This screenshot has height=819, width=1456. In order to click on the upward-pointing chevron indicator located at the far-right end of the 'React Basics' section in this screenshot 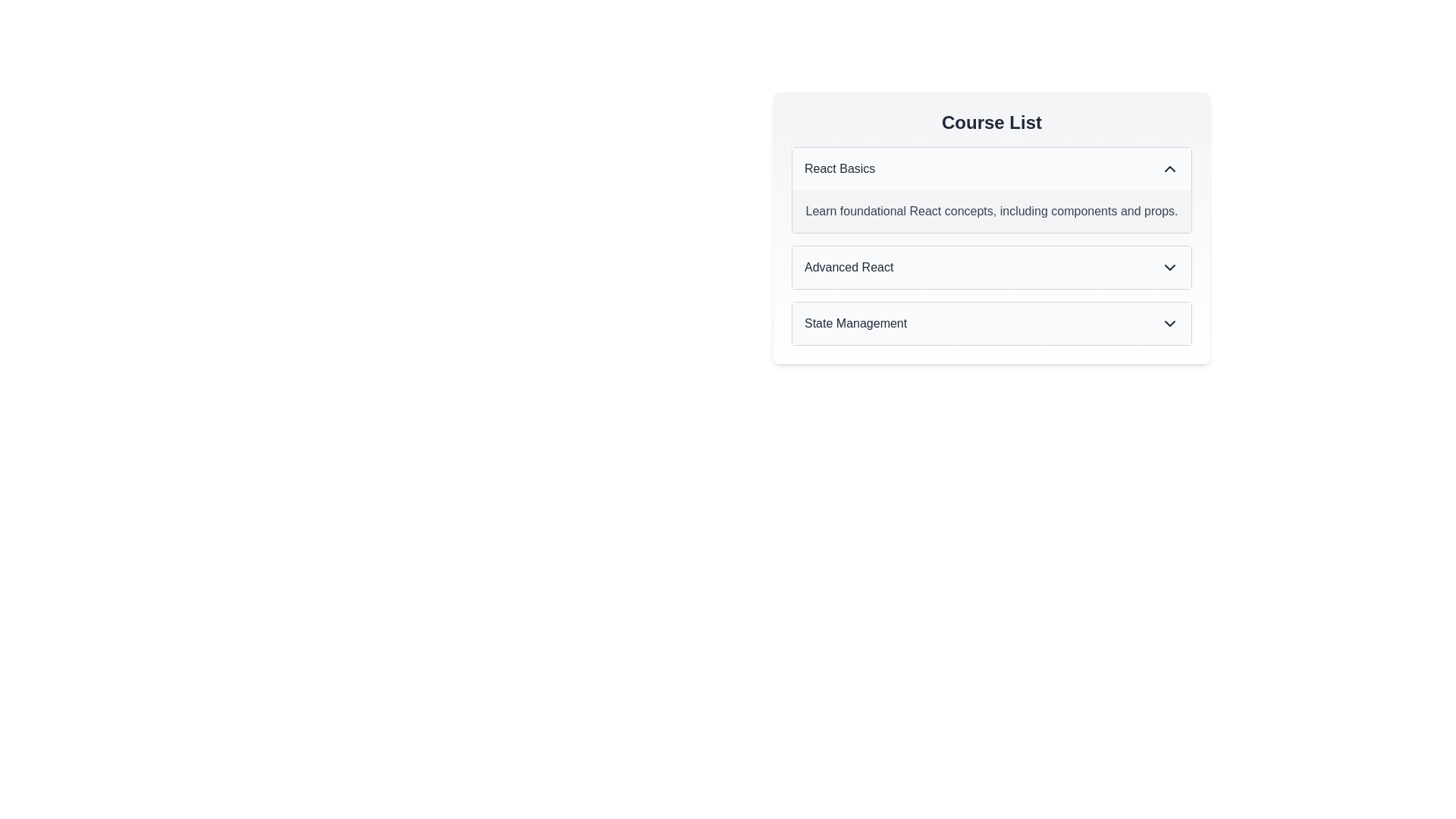, I will do `click(1169, 169)`.